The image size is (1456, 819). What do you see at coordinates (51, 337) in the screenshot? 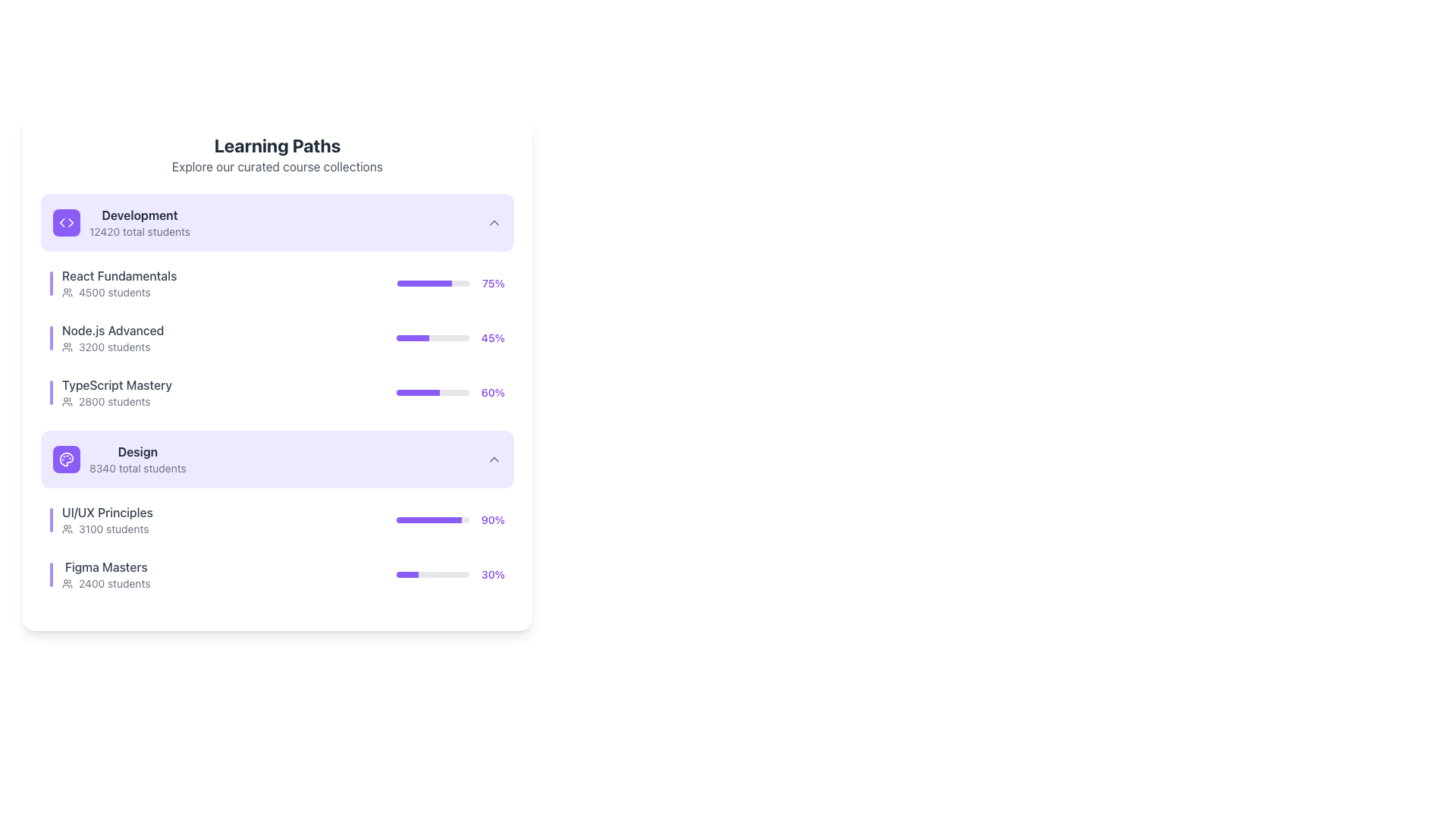
I see `the vertical purple decorative separator to the left of the 'Node.js Advanced' text within the course list under the 'Development' section` at bounding box center [51, 337].